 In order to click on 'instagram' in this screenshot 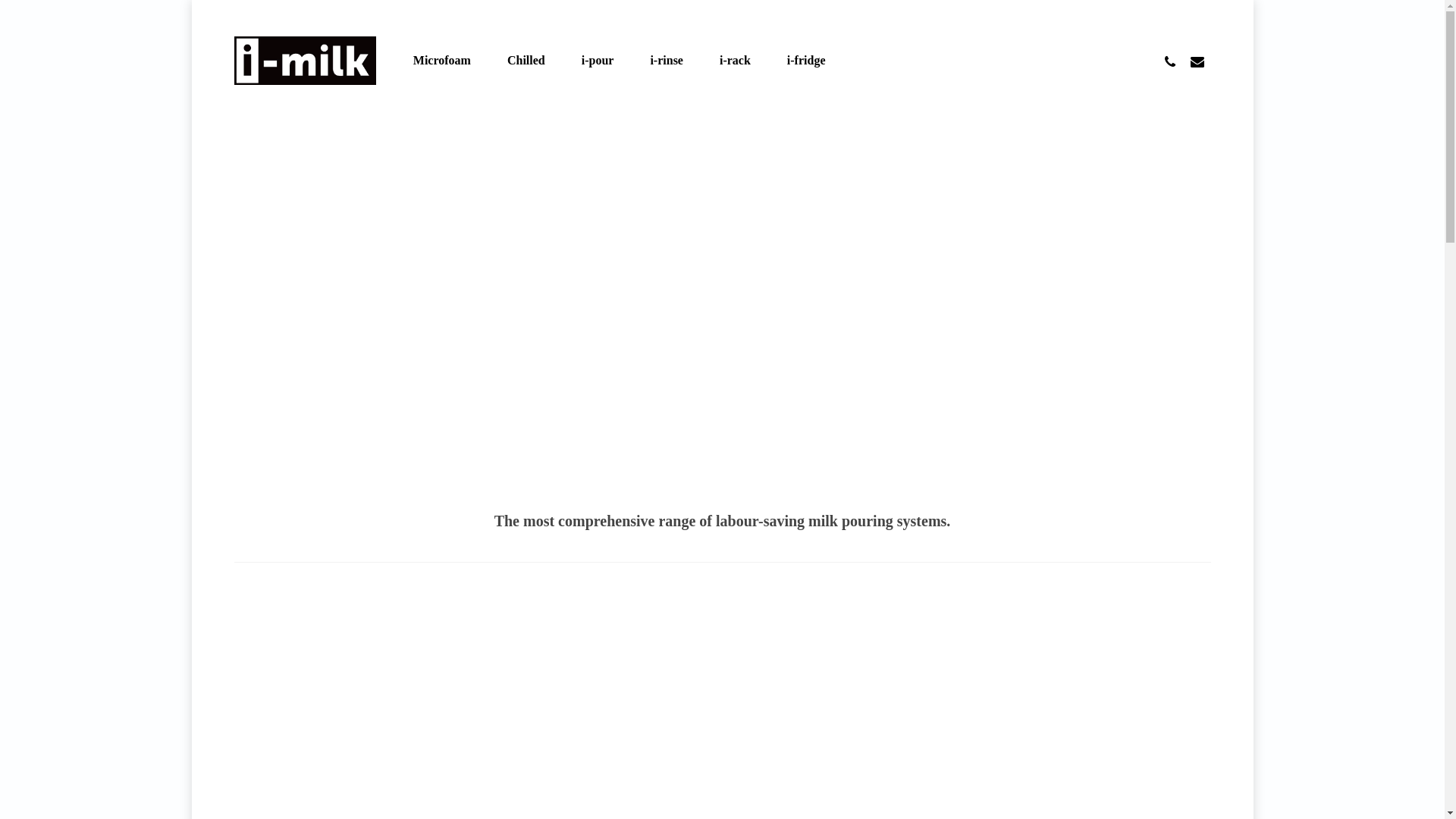, I will do `click(1203, 792)`.